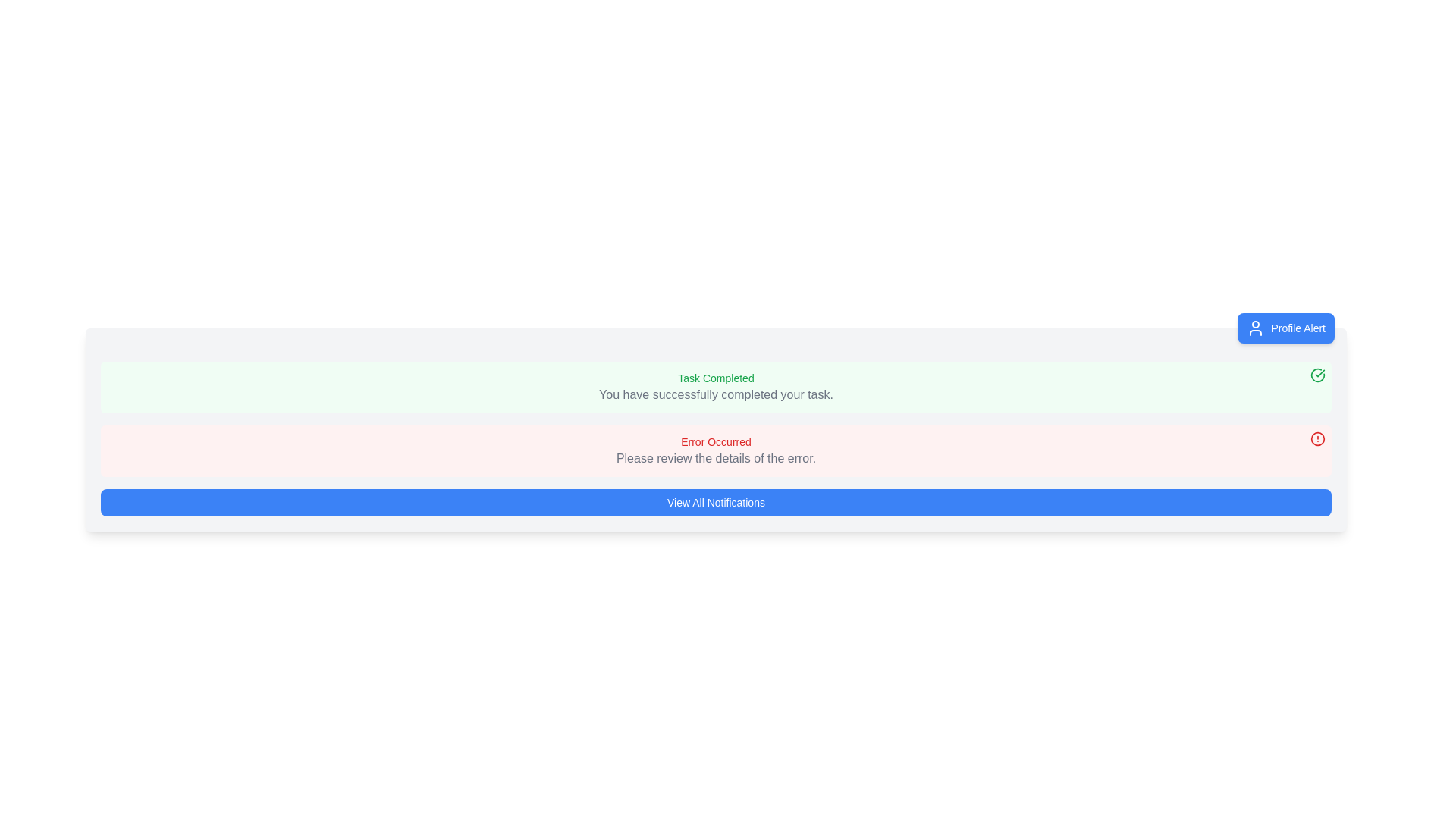 Image resolution: width=1456 pixels, height=819 pixels. I want to click on the 'Profile Alert' text label, which is styled in white font and located within a blue notification badge at the top-right corner of the interface, so click(1298, 327).